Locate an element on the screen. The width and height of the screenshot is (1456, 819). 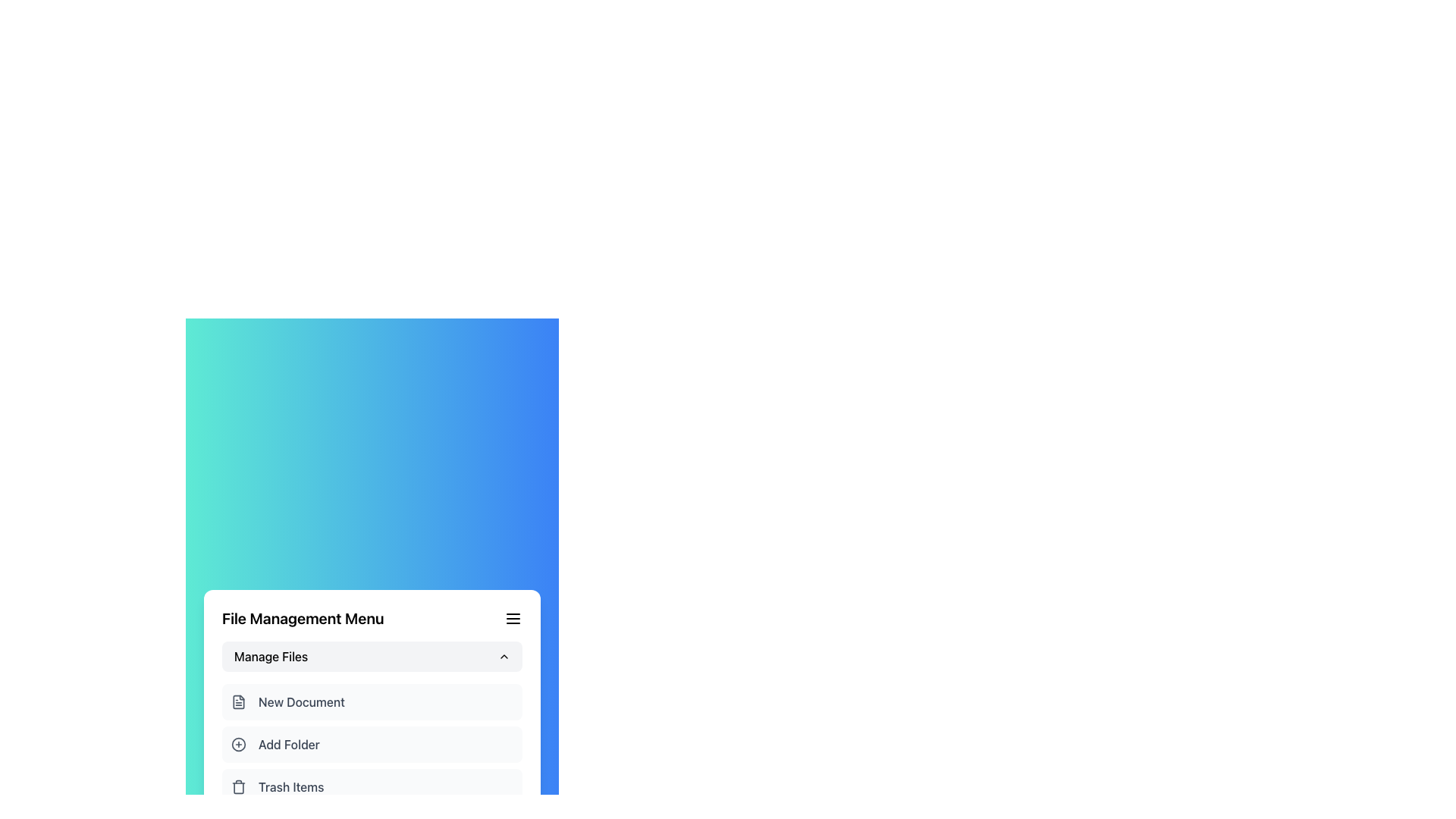
the 'File Management Menu' button is located at coordinates (372, 656).